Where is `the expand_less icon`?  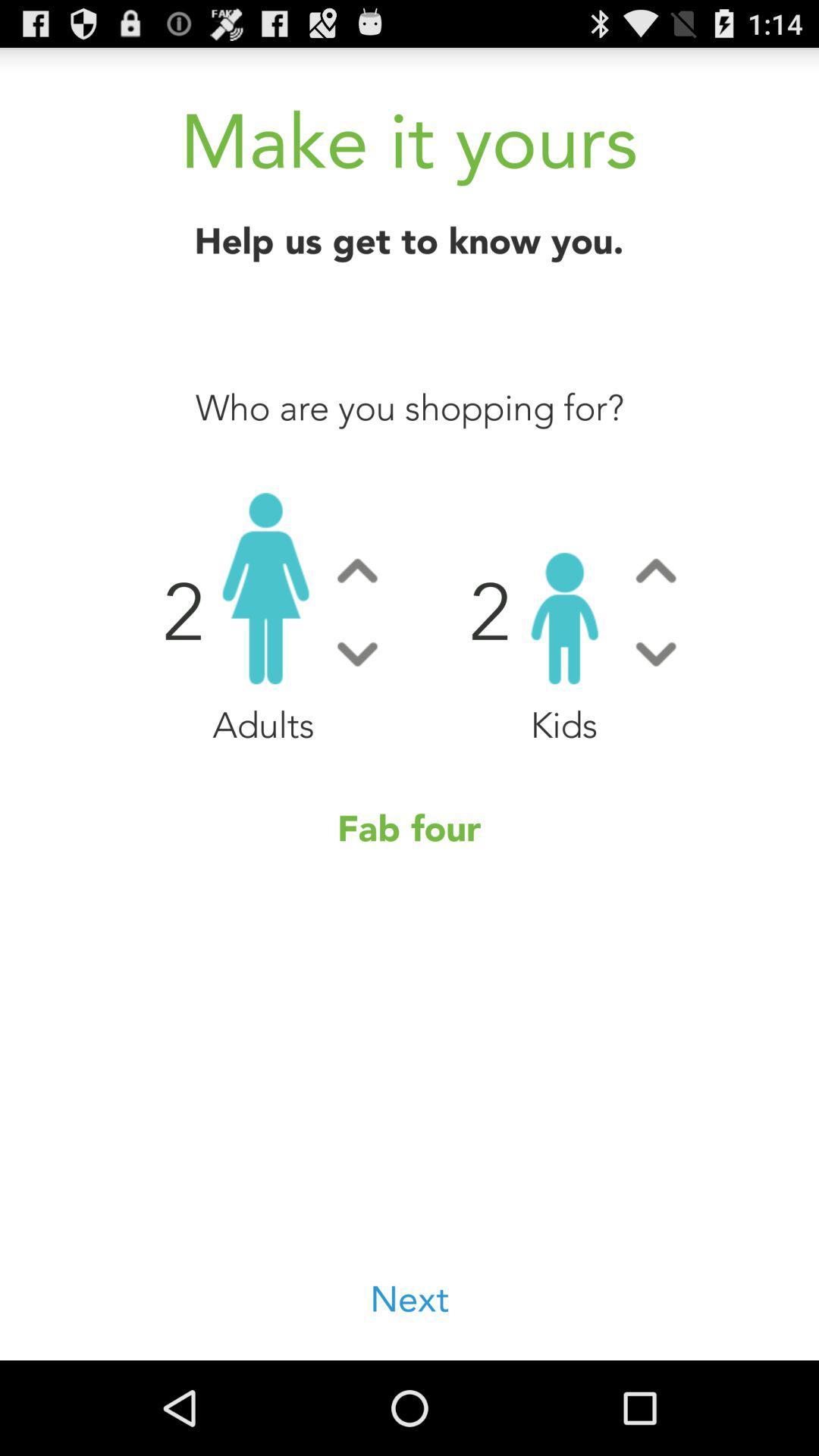 the expand_less icon is located at coordinates (655, 610).